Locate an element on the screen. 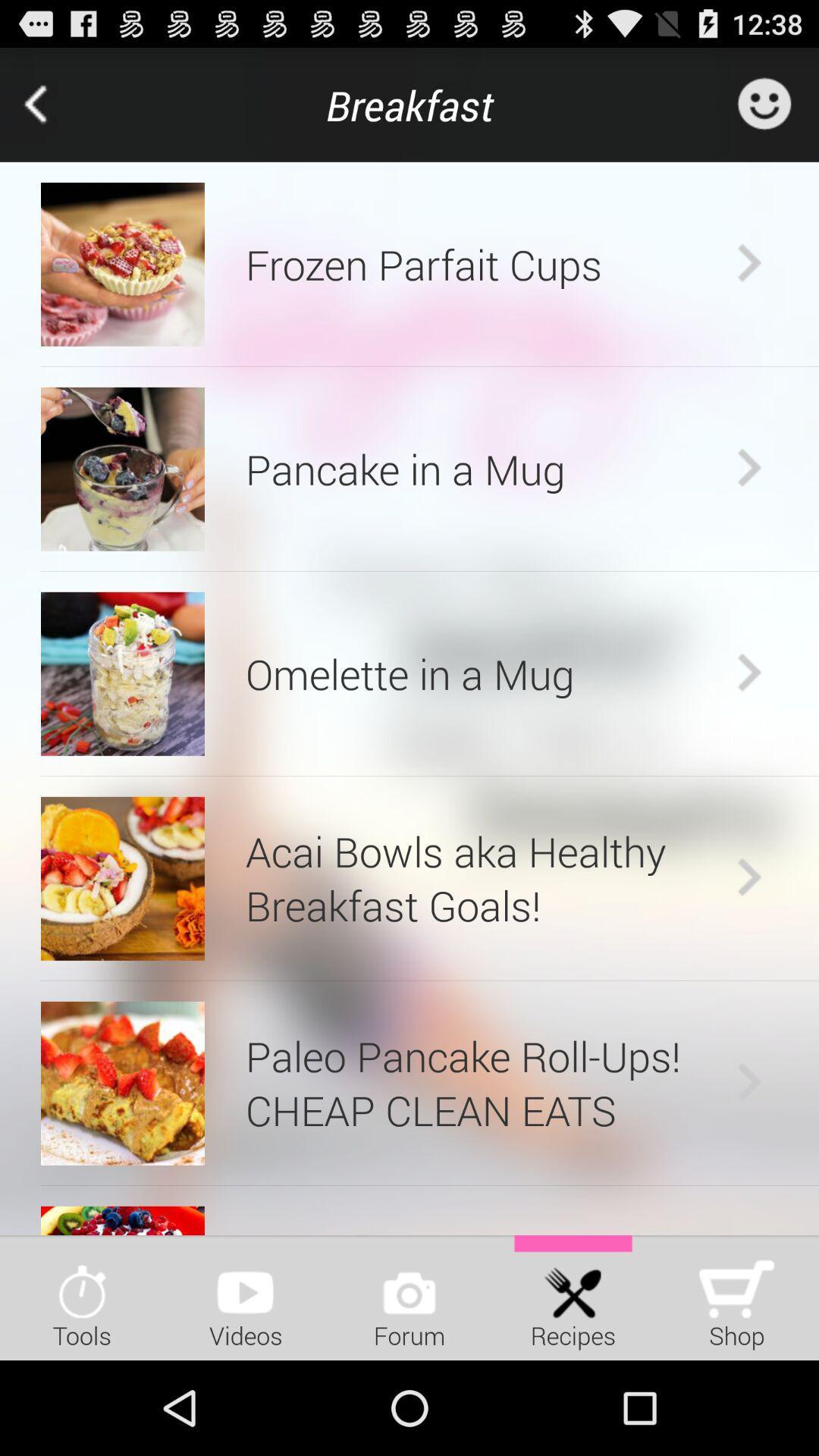 Image resolution: width=819 pixels, height=1456 pixels. the paleo pancake roll is located at coordinates (487, 1082).